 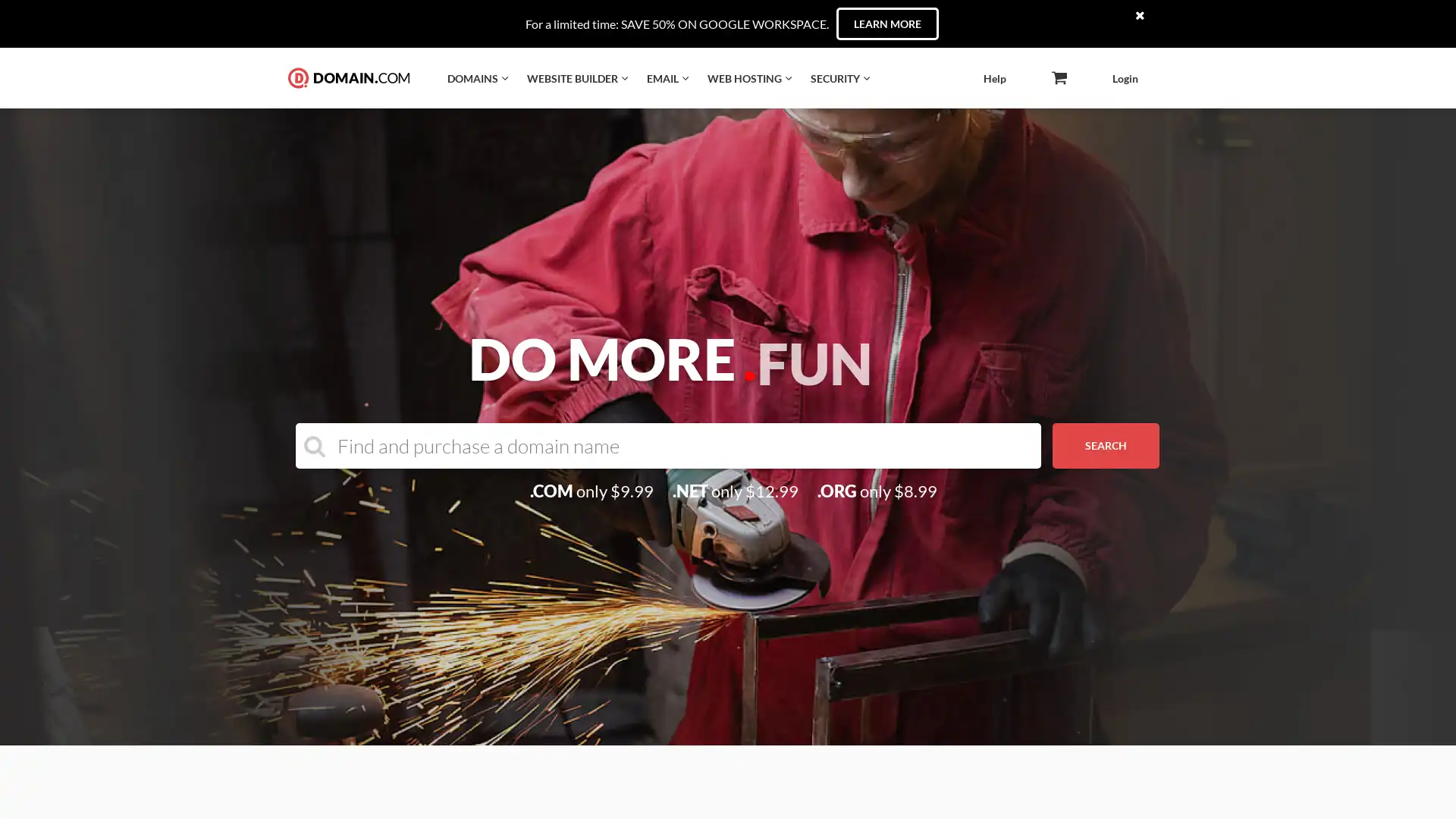 What do you see at coordinates (1430, 742) in the screenshot?
I see `Explore your accessibility options` at bounding box center [1430, 742].